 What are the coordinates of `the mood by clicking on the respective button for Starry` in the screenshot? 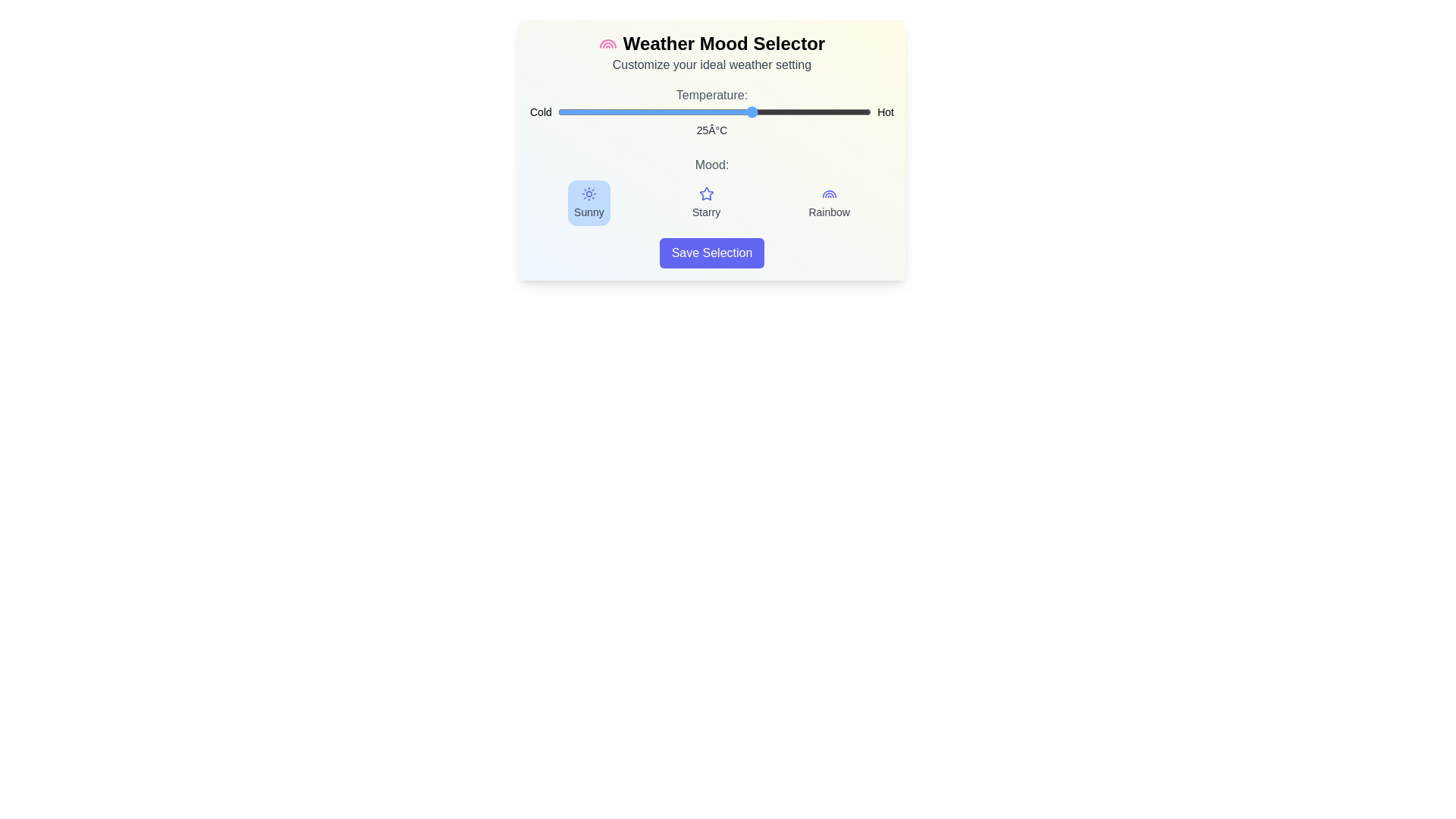 It's located at (705, 202).